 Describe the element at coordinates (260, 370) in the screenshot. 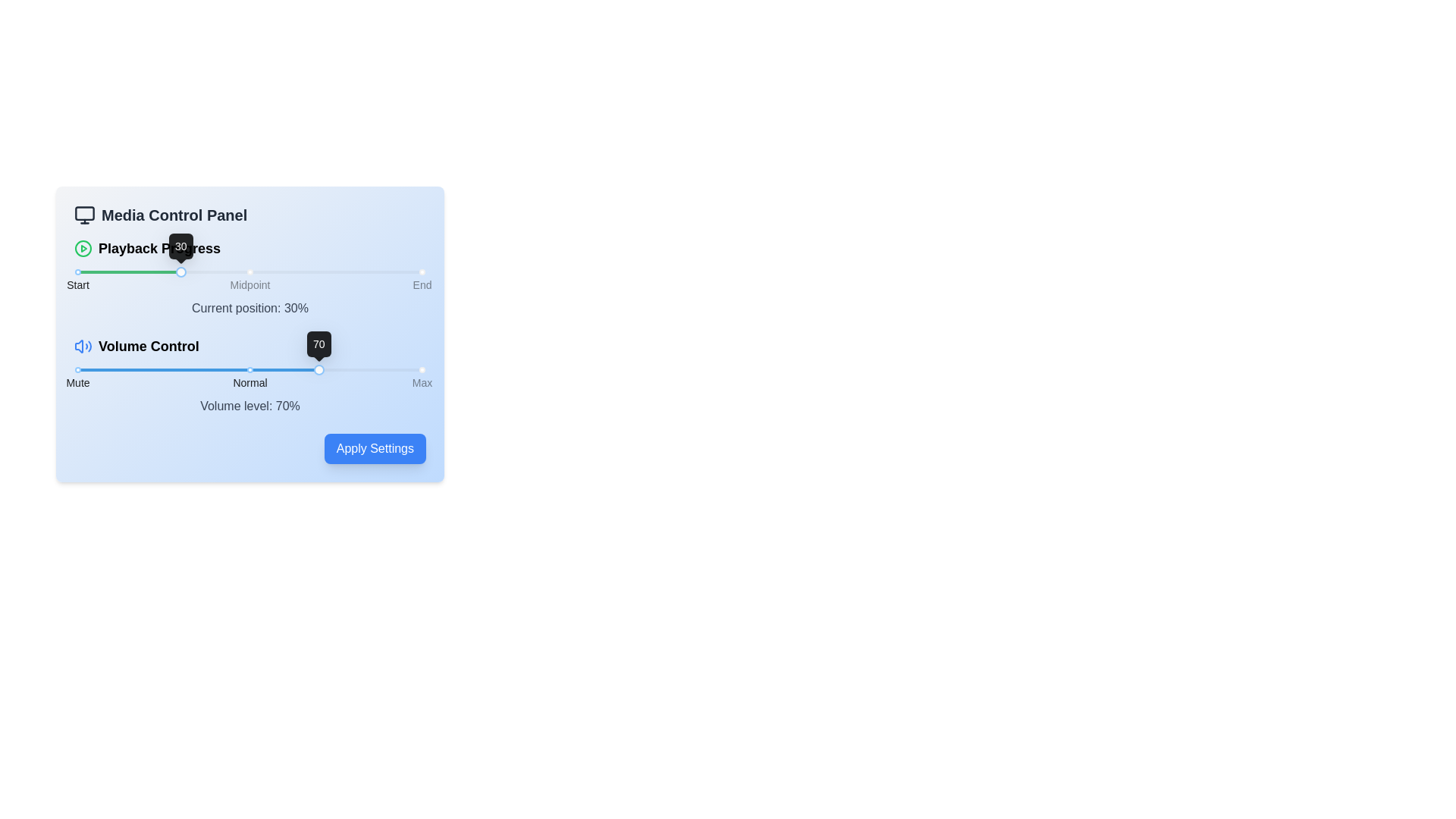

I see `the slider` at that location.